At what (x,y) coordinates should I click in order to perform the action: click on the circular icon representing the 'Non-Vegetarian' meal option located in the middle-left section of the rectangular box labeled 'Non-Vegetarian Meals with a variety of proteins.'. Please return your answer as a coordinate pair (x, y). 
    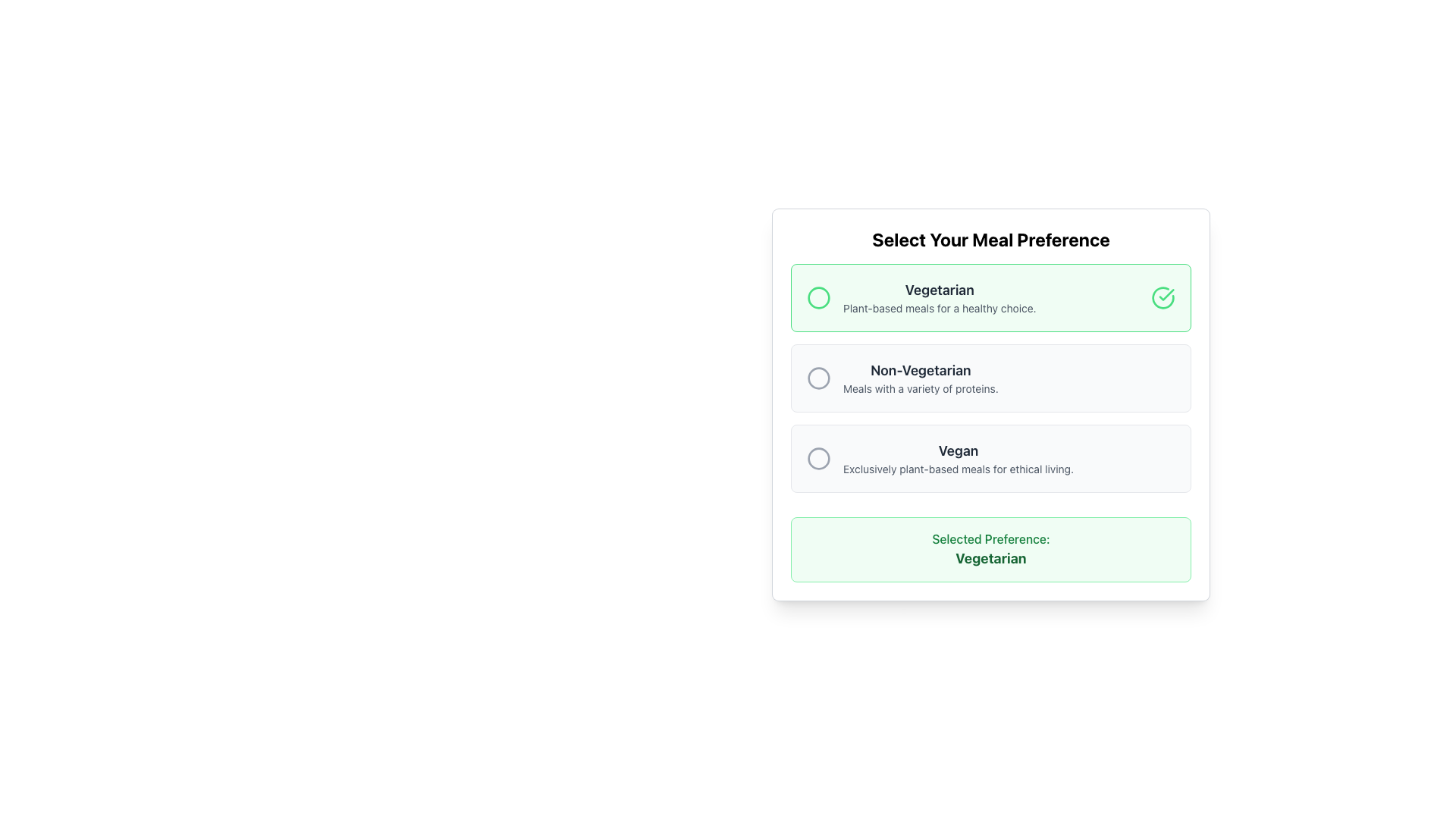
    Looking at the image, I should click on (818, 377).